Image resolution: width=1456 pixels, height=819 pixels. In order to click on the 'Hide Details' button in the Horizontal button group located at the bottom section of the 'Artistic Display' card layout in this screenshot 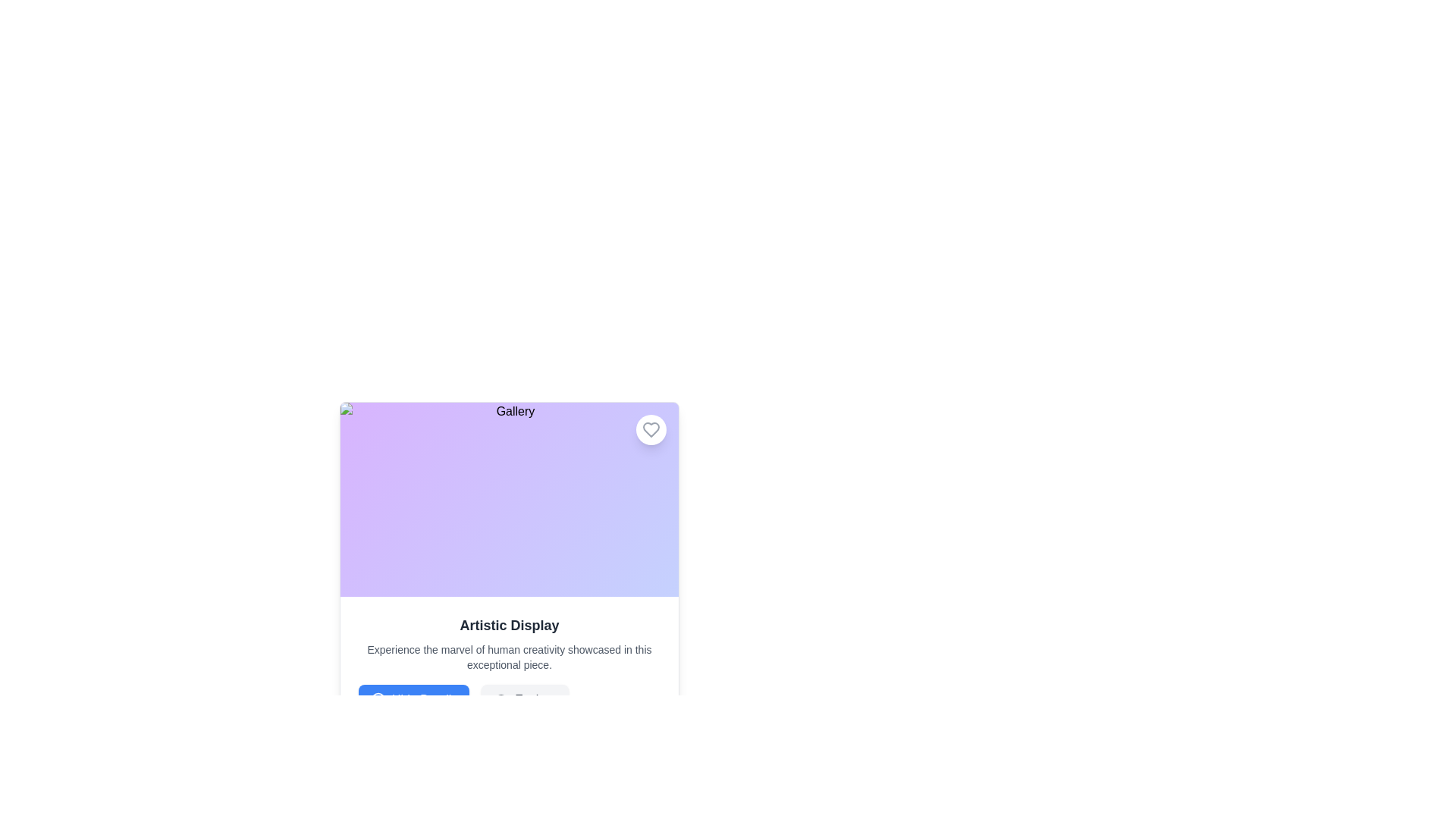, I will do `click(510, 699)`.